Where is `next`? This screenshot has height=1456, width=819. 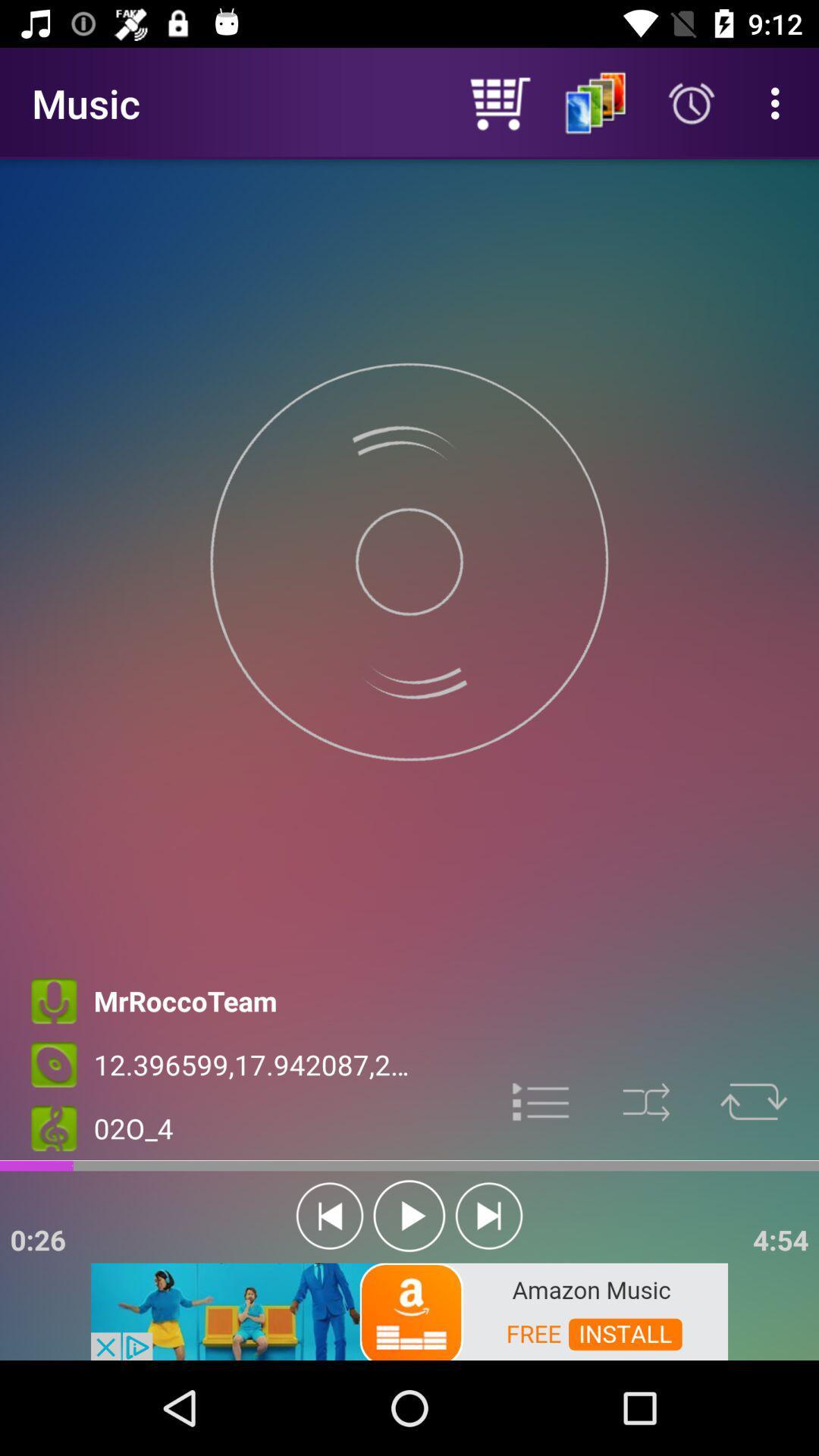 next is located at coordinates (488, 1216).